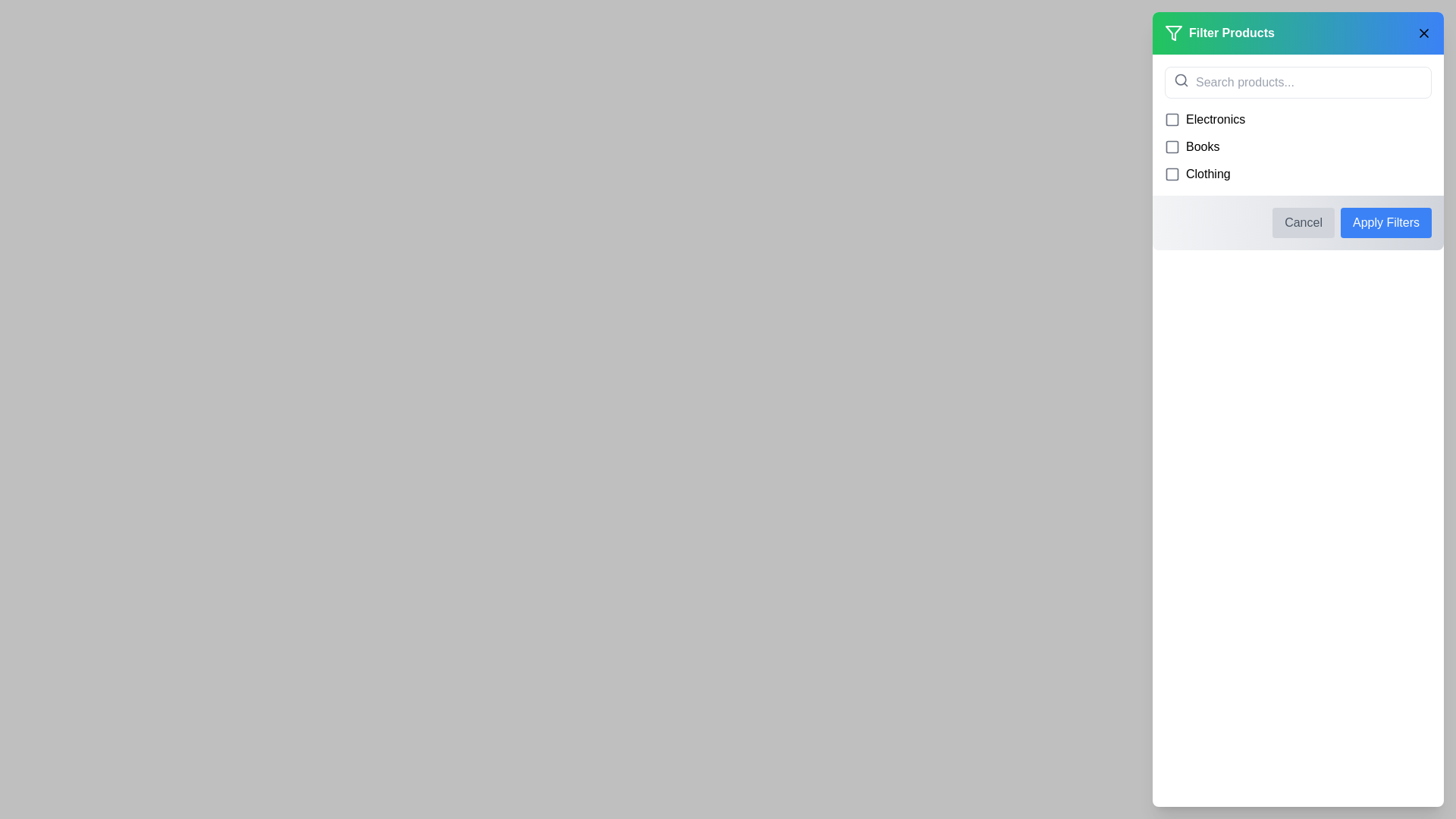  Describe the element at coordinates (1171, 146) in the screenshot. I see `the checkbox for the 'Books' filter located in the vertical list of filter options` at that location.